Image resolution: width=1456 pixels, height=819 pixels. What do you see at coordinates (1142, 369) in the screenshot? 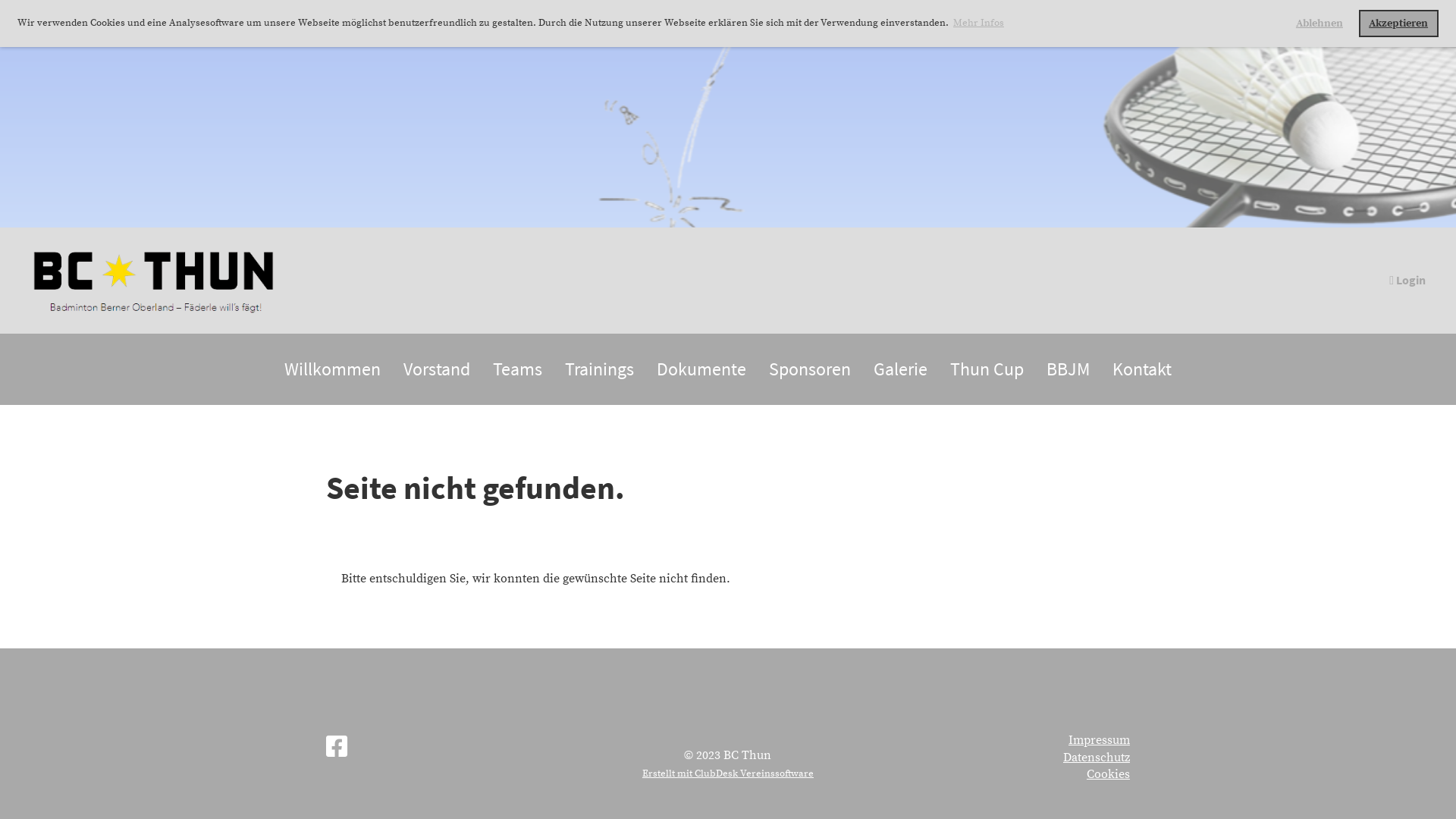
I see `'Kontakt'` at bounding box center [1142, 369].